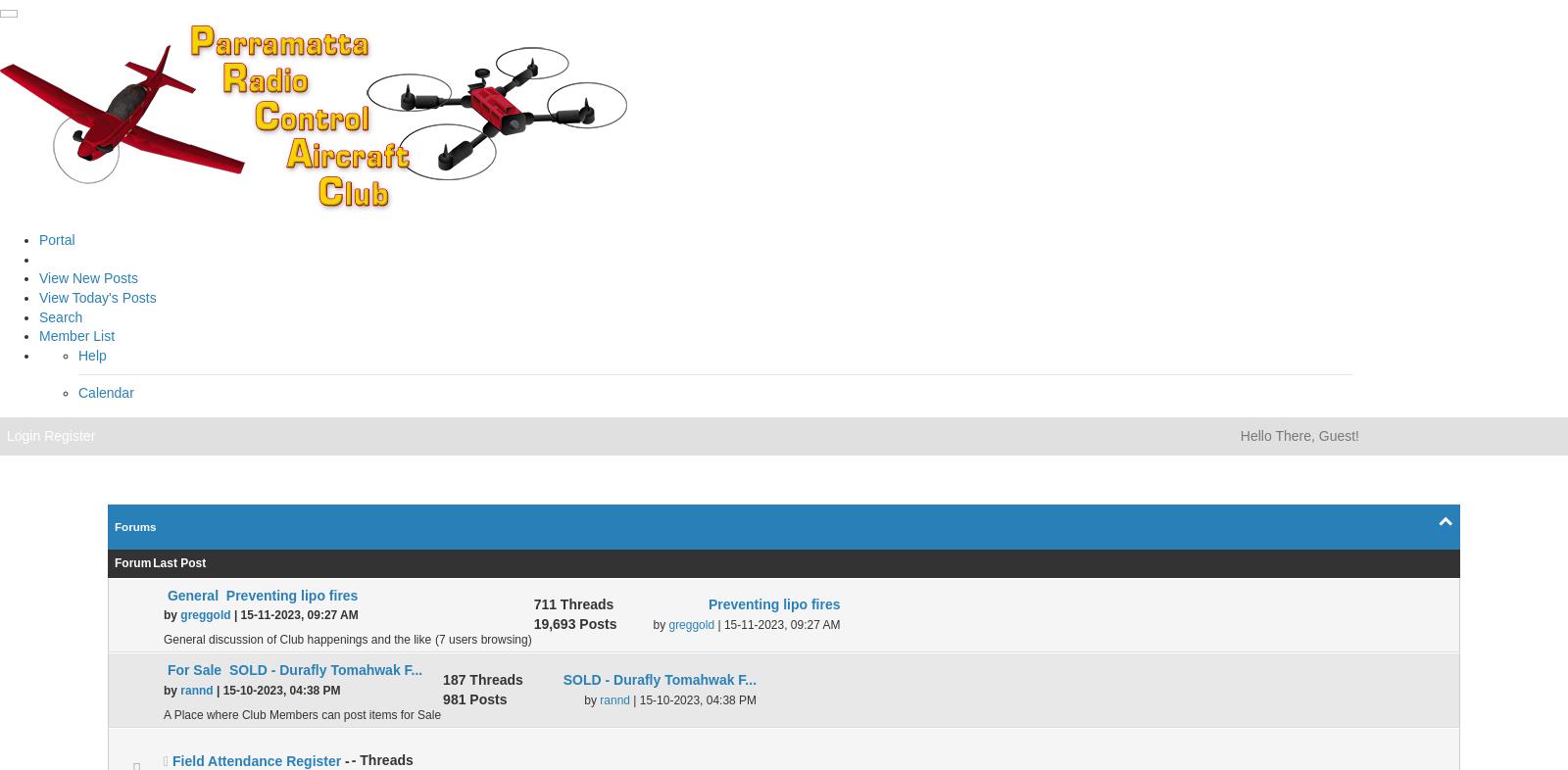 The image size is (1568, 770). I want to click on 'For Sale', so click(192, 669).